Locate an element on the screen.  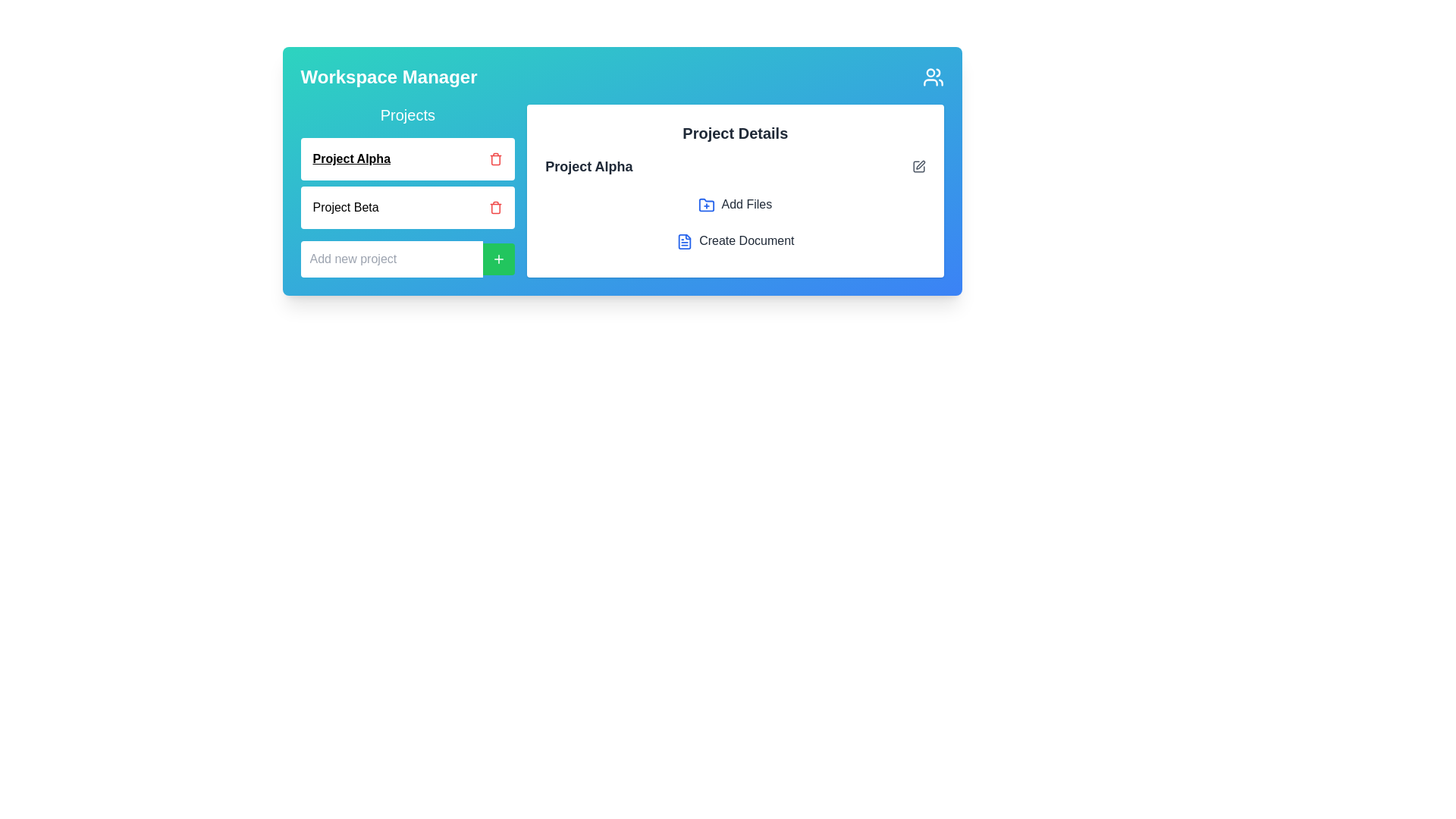
the text input field labeled 'Add new project' to place the cursor for text entry is located at coordinates (391, 259).